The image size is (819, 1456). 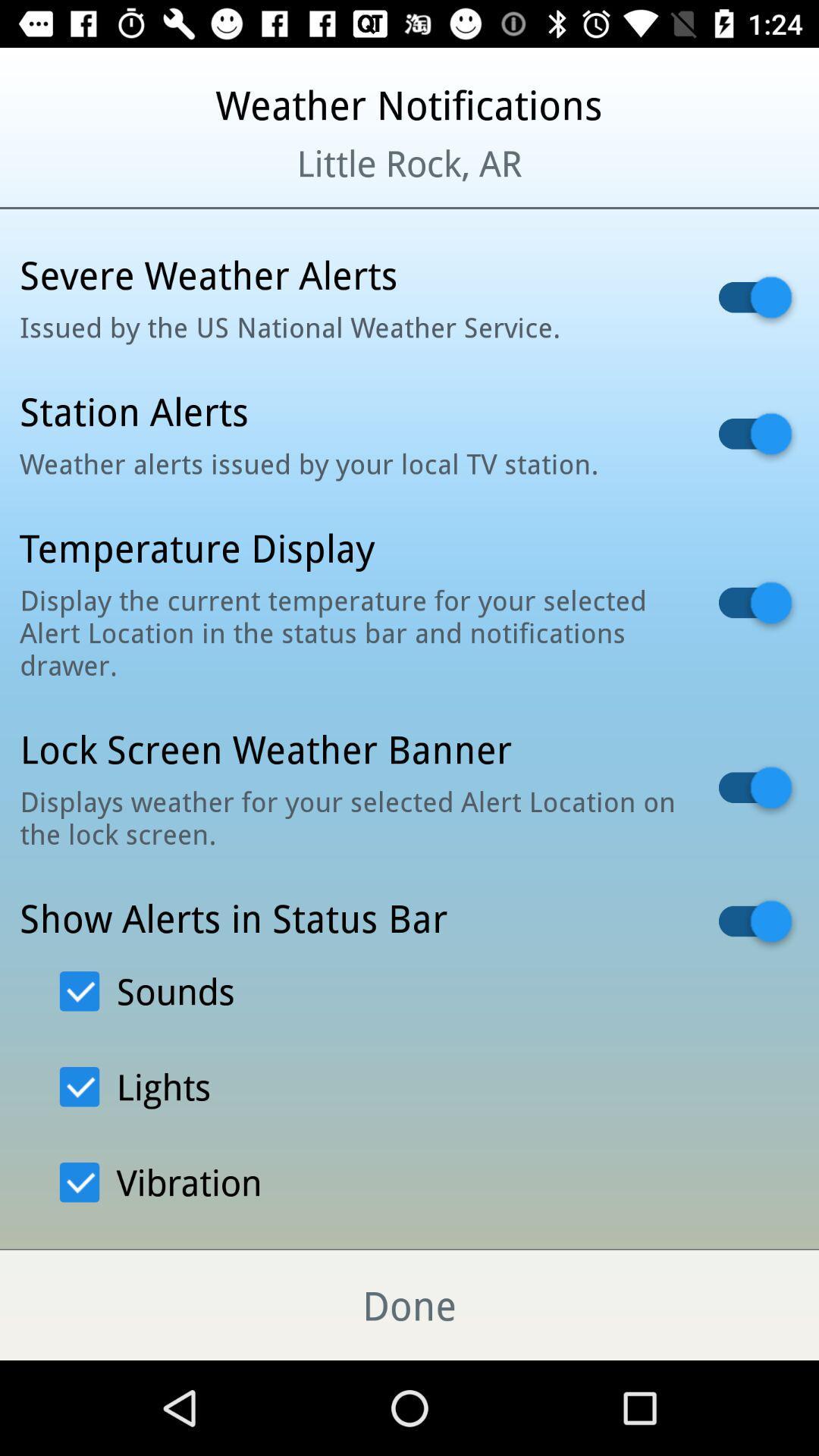 What do you see at coordinates (99, 182) in the screenshot?
I see `the item to the left of little rock, ar` at bounding box center [99, 182].